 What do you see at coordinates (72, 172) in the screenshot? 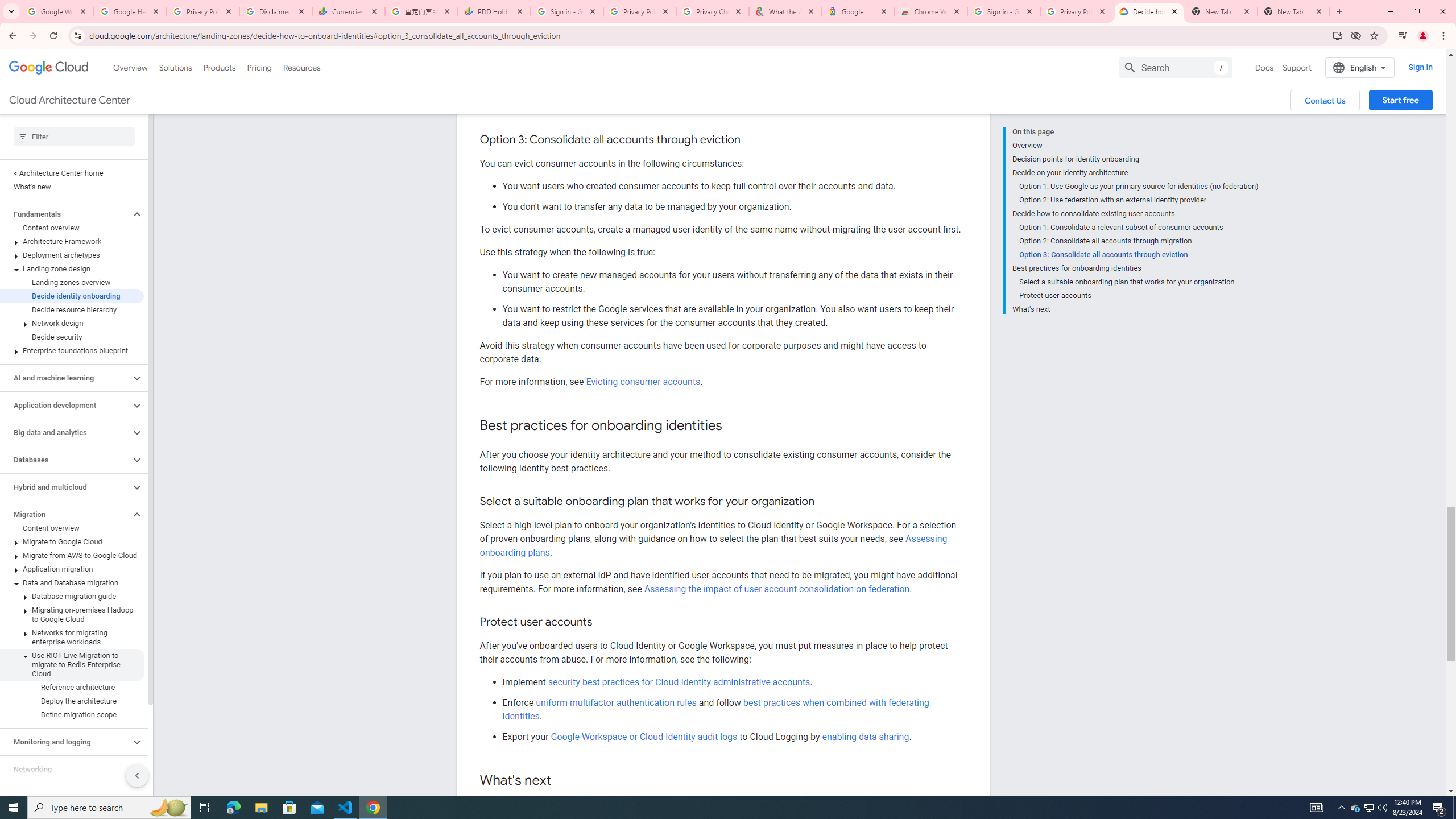
I see `'< Architecture Center home'` at bounding box center [72, 172].